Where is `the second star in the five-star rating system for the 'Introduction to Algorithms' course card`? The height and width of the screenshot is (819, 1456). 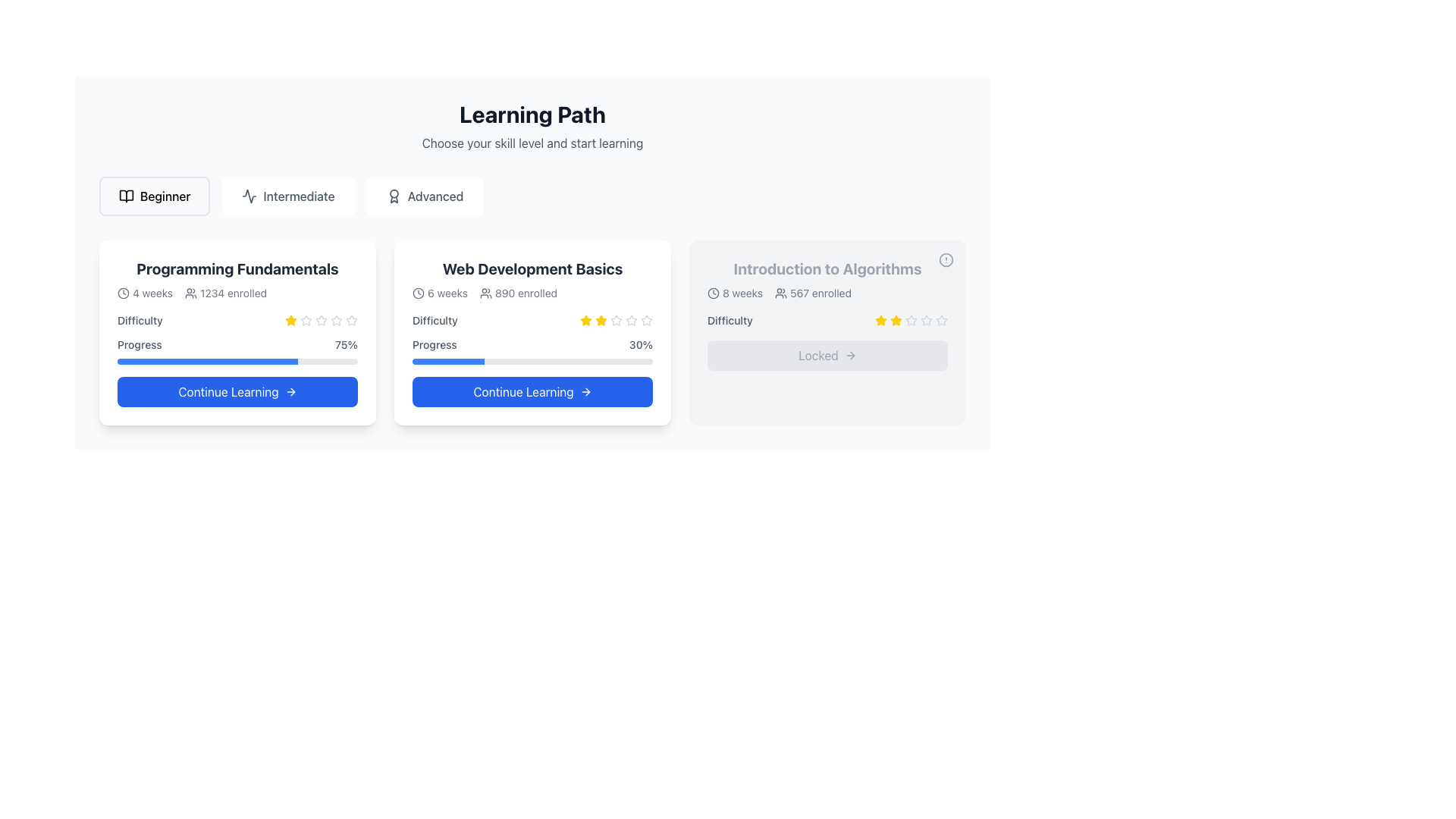
the second star in the five-star rating system for the 'Introduction to Algorithms' course card is located at coordinates (896, 320).